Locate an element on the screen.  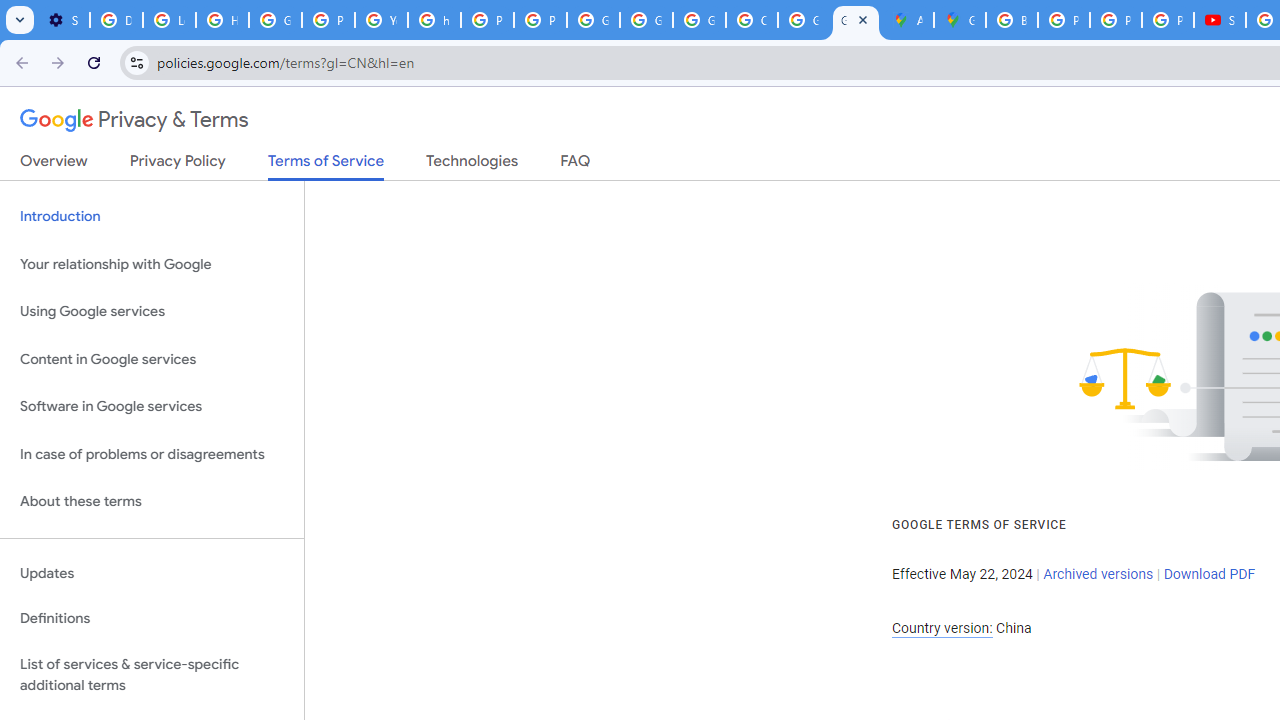
'Archived versions' is located at coordinates (1097, 574).